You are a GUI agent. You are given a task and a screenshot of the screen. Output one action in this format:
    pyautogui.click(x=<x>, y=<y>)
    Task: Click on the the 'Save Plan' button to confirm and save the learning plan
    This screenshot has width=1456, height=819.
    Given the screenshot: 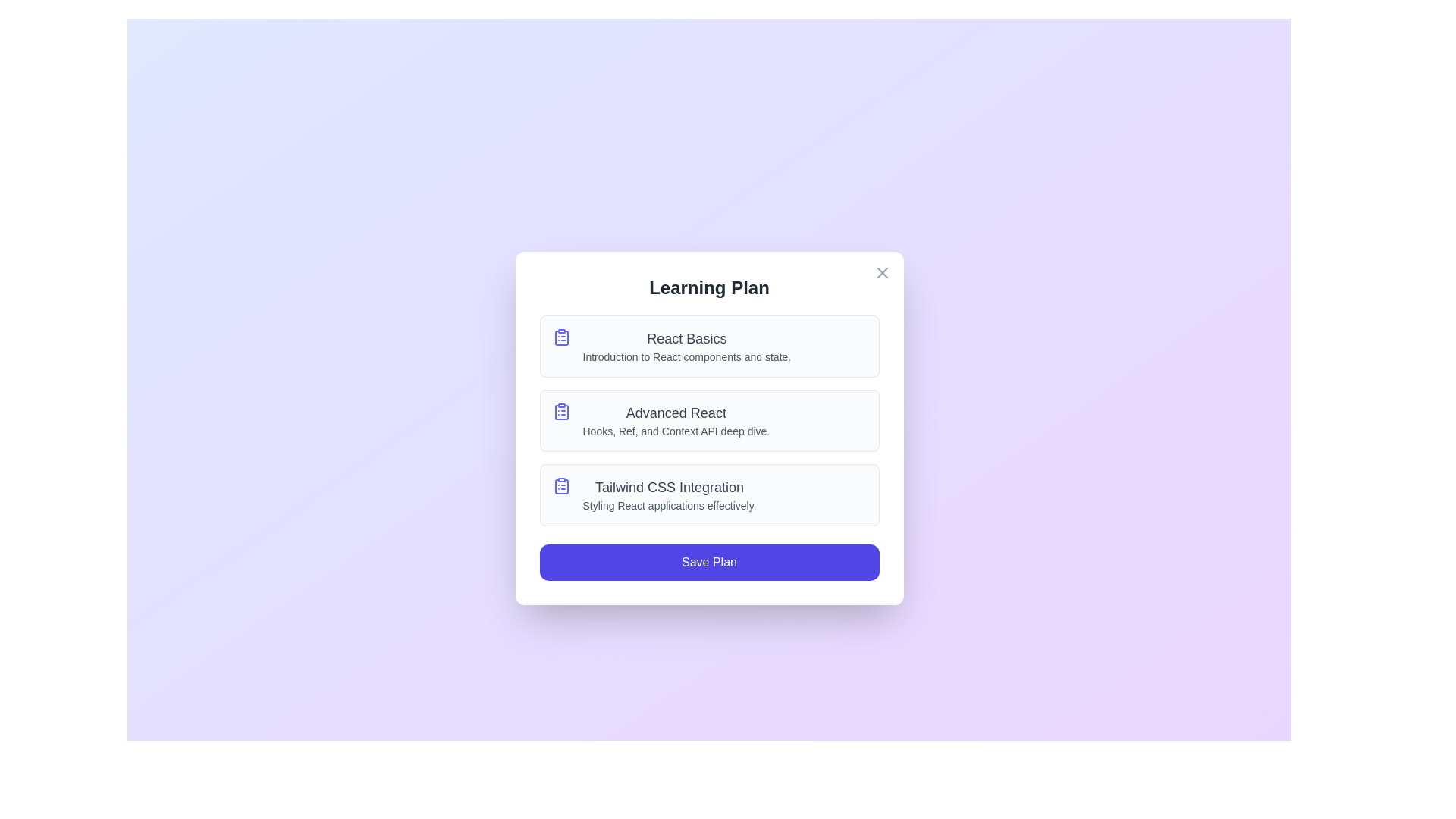 What is the action you would take?
    pyautogui.click(x=708, y=562)
    